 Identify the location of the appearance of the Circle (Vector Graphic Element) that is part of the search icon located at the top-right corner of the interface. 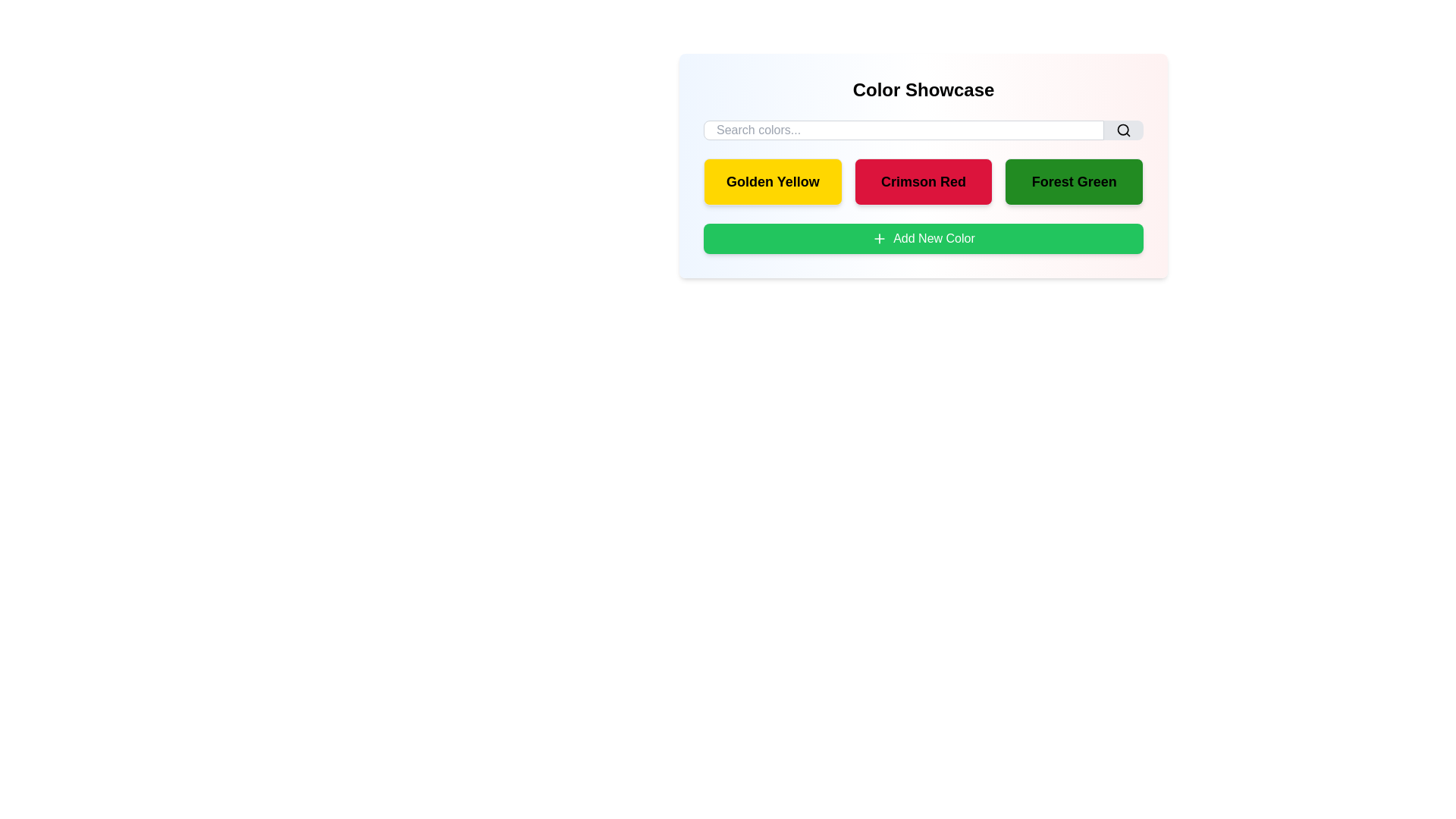
(1123, 129).